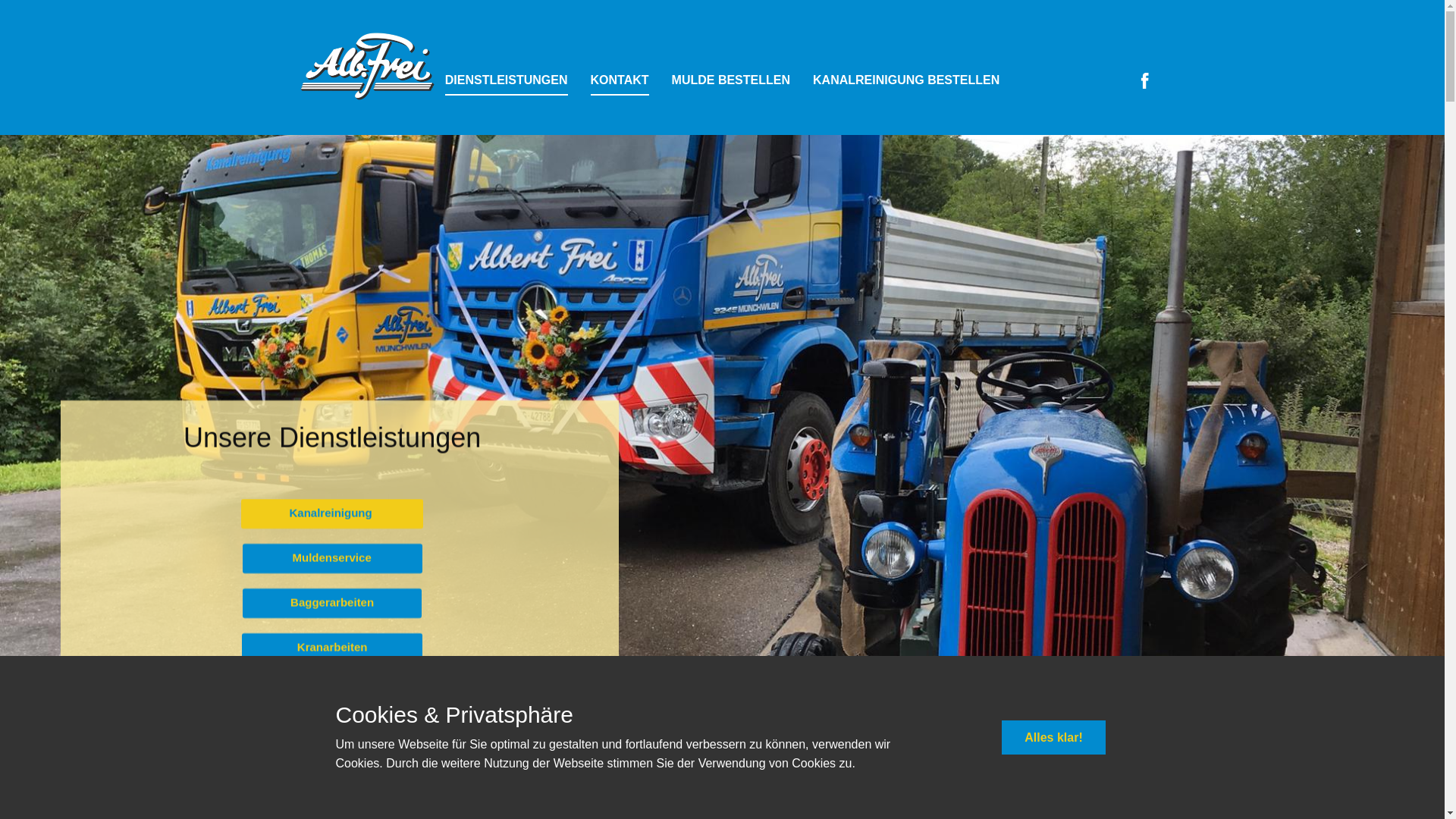 Image resolution: width=1456 pixels, height=819 pixels. Describe the element at coordinates (506, 81) in the screenshot. I see `'DIENSTLEISTUNGEN'` at that location.